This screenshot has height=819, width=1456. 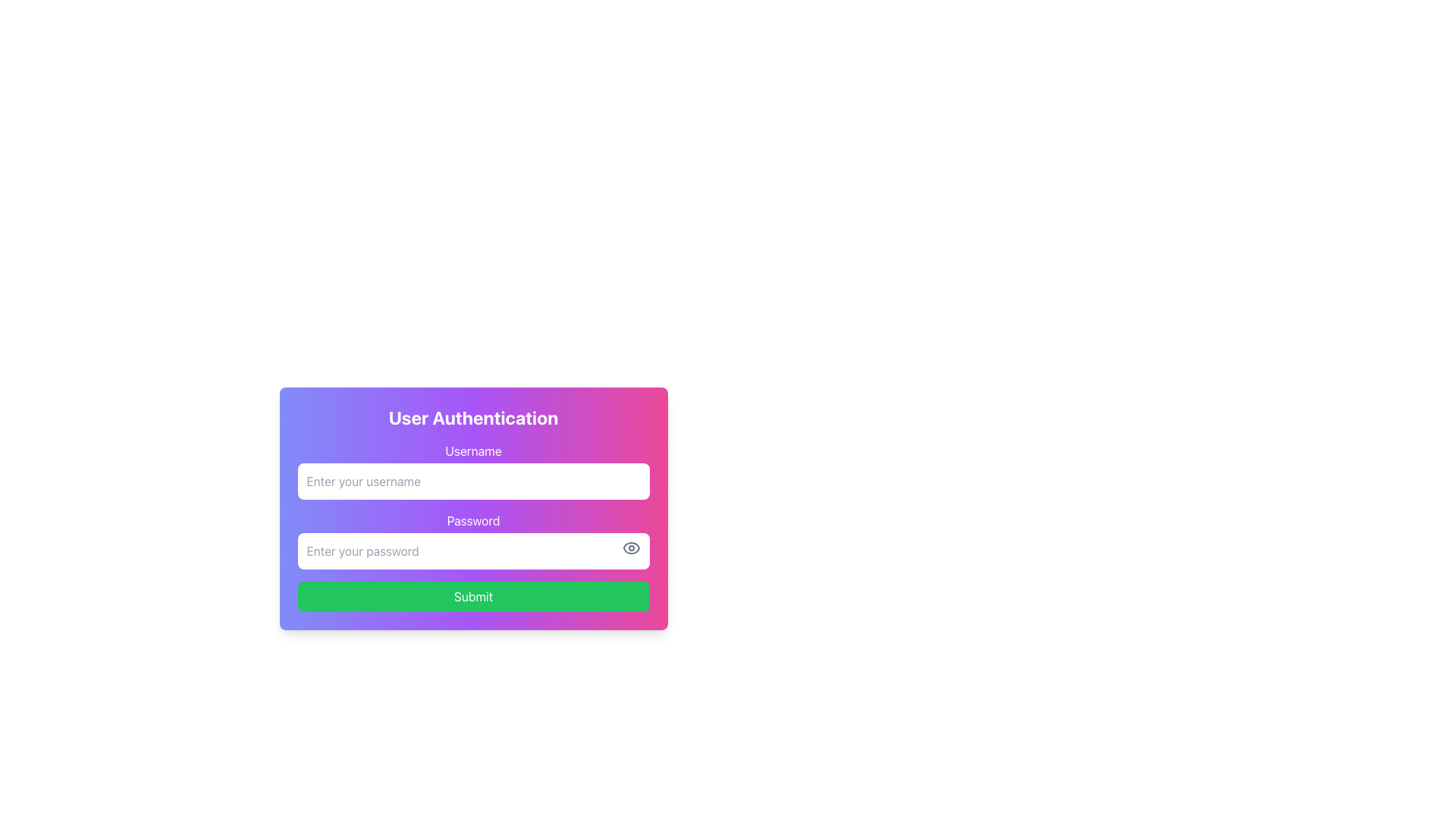 I want to click on the green 'Submit' button located at the bottom of the user authentication form, so click(x=472, y=595).